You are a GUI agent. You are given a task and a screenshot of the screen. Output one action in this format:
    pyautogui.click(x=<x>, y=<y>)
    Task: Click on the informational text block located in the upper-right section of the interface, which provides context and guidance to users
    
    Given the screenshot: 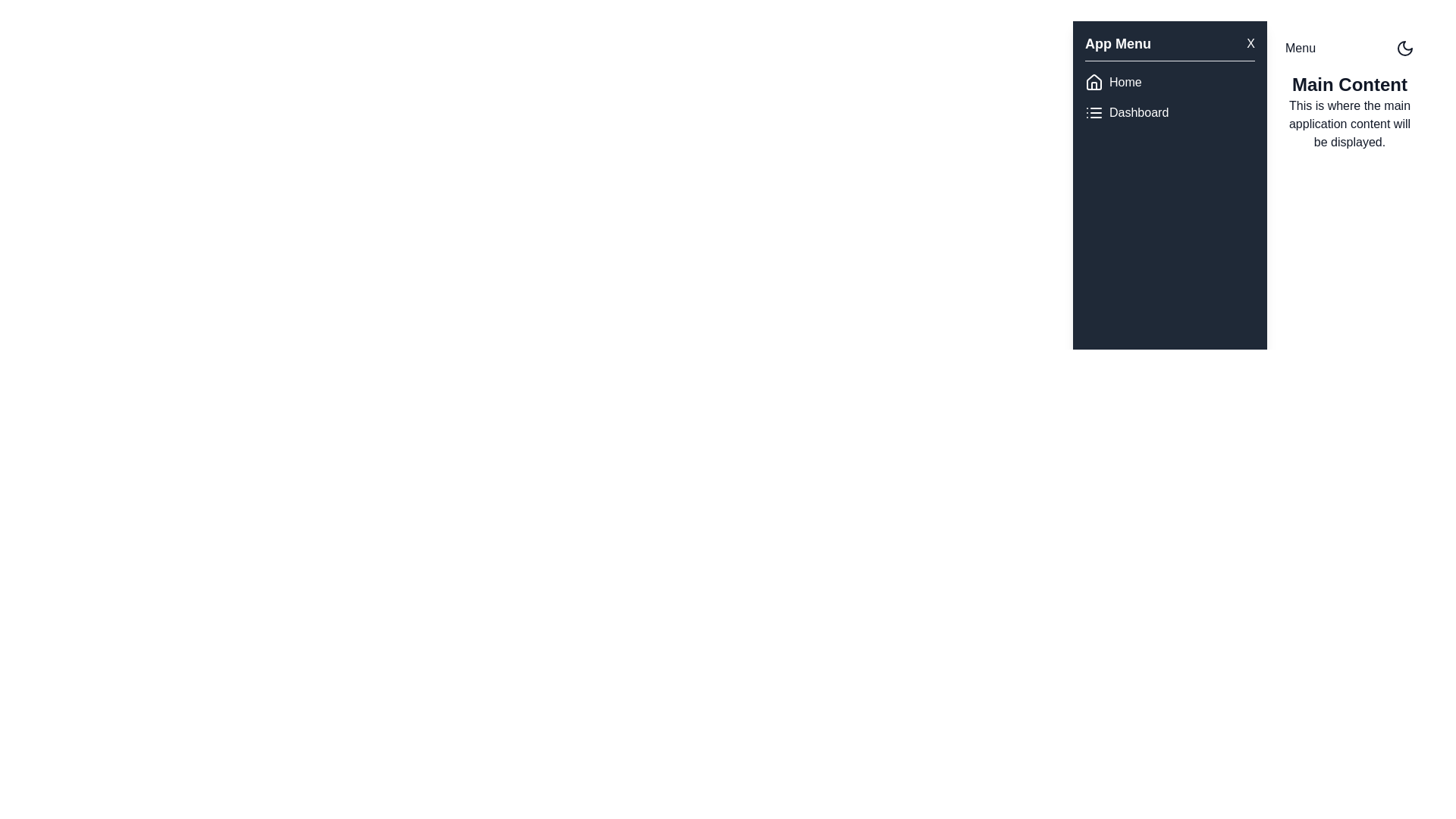 What is the action you would take?
    pyautogui.click(x=1350, y=111)
    